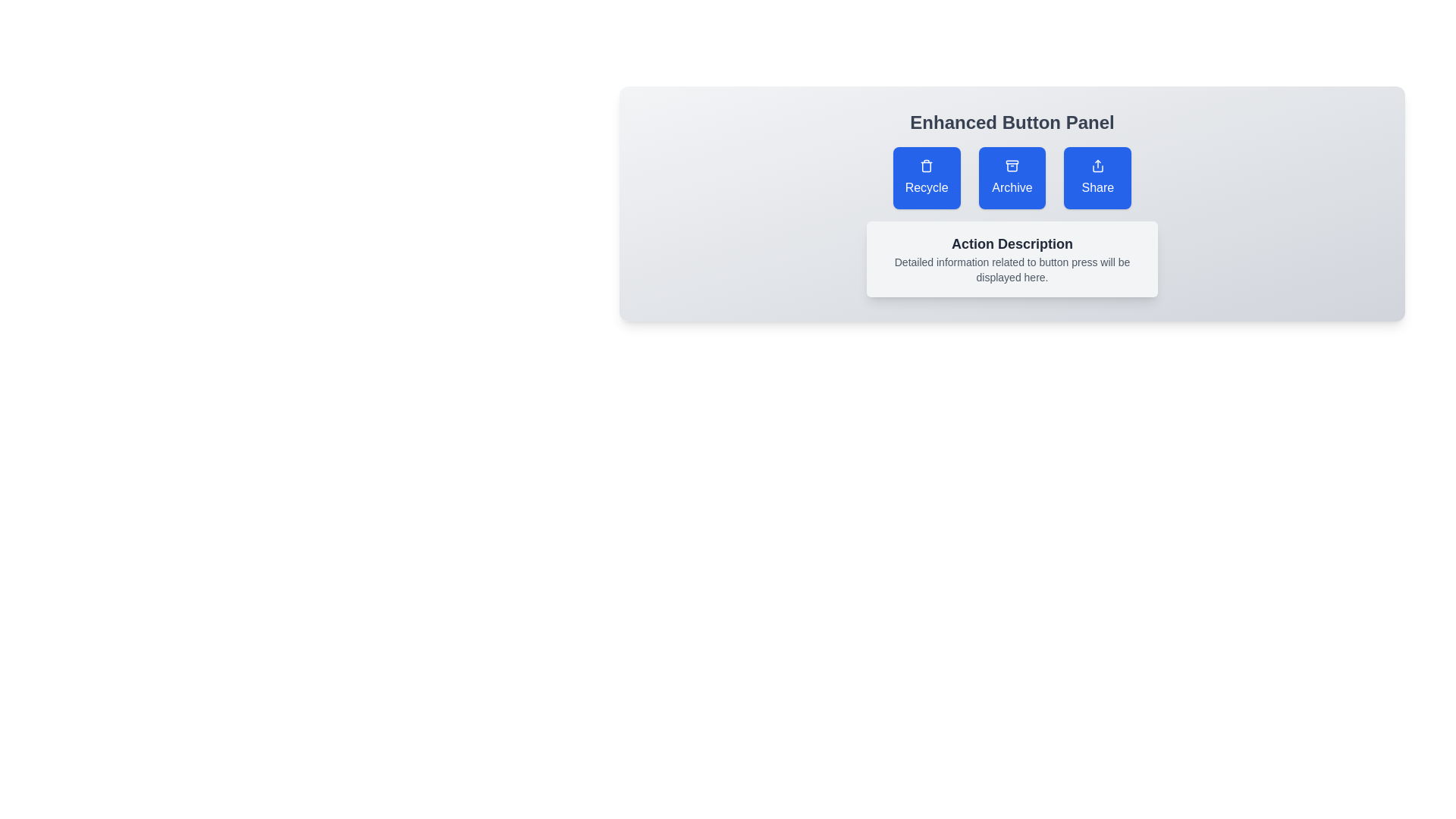 Image resolution: width=1456 pixels, height=819 pixels. What do you see at coordinates (926, 177) in the screenshot?
I see `the leftmost button in the button group to trigger a visual transformation` at bounding box center [926, 177].